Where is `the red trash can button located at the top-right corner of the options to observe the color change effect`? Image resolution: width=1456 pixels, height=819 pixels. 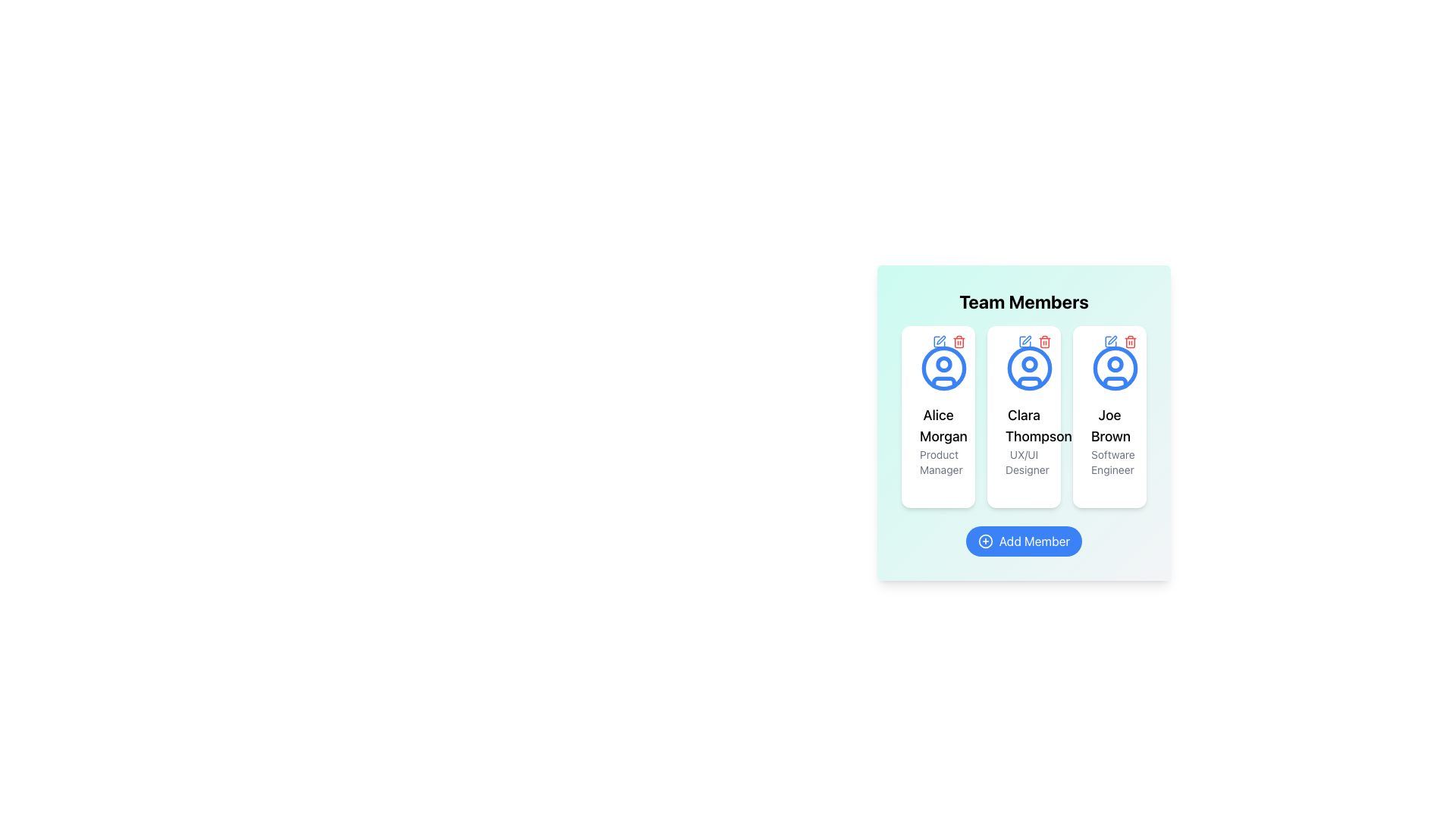 the red trash can button located at the top-right corner of the options to observe the color change effect is located at coordinates (1043, 342).